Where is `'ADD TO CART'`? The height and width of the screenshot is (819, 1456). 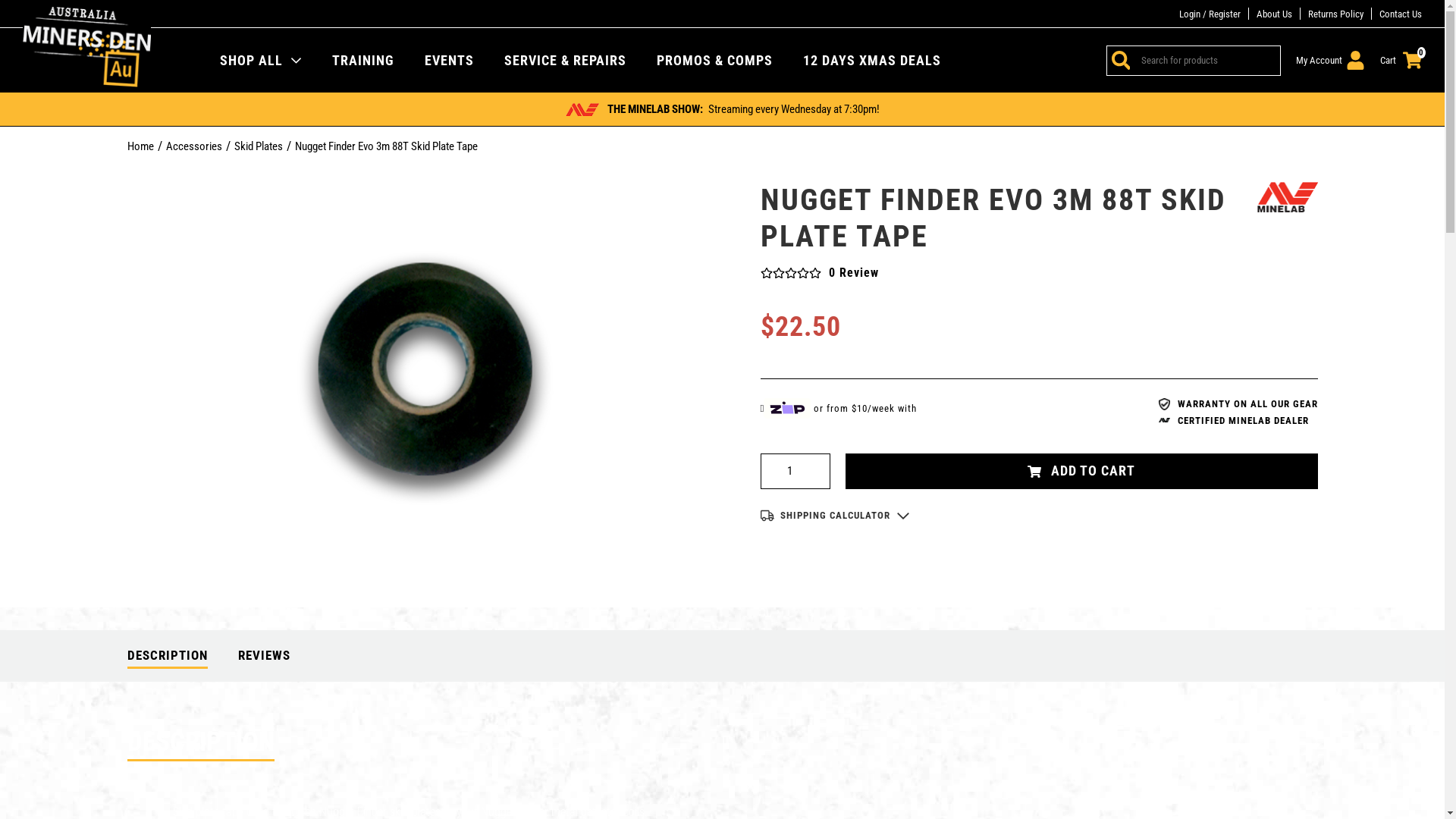 'ADD TO CART' is located at coordinates (1080, 470).